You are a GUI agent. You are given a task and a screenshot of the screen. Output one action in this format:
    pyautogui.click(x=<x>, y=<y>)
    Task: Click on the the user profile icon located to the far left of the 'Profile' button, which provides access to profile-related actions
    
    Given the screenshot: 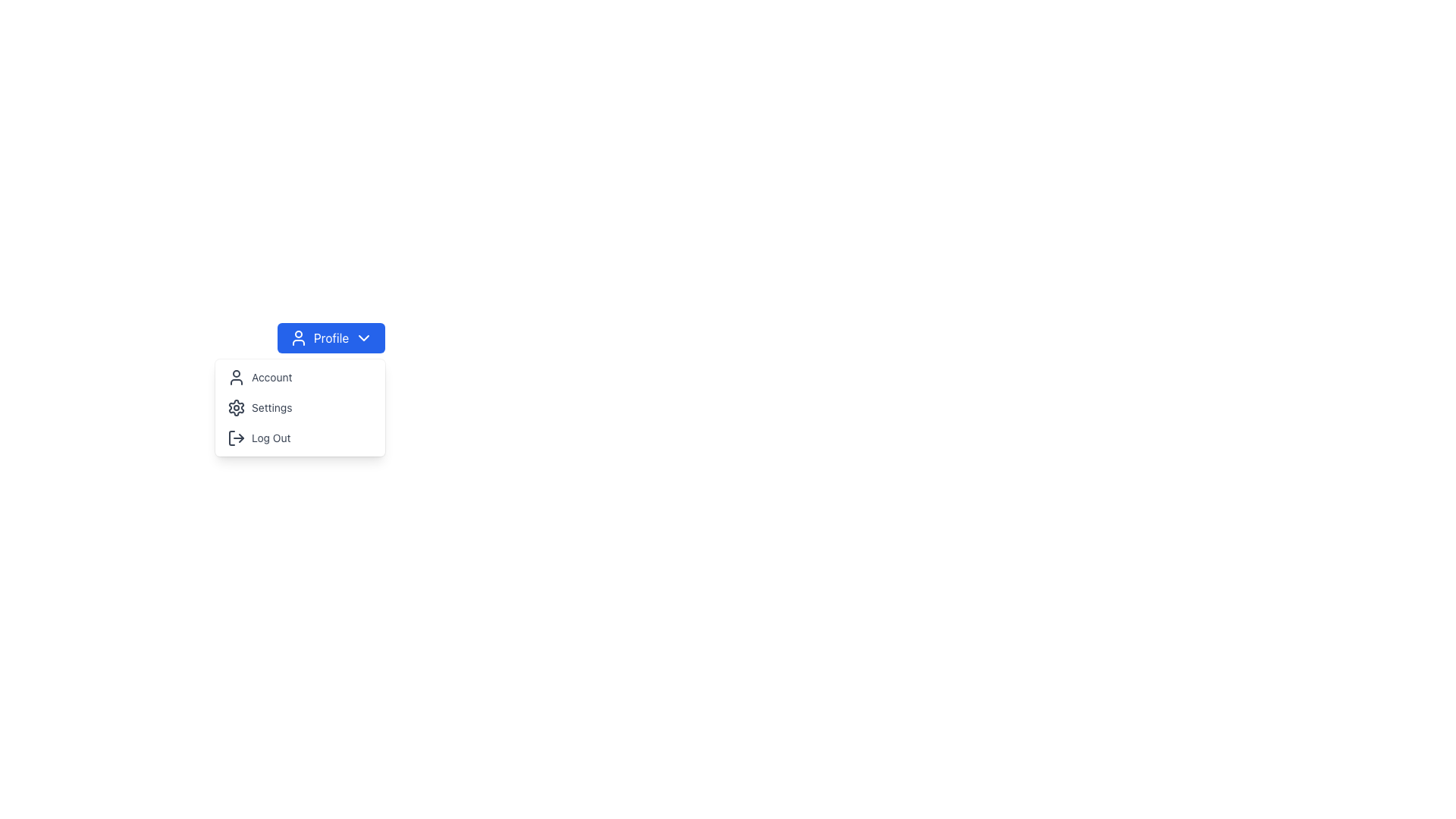 What is the action you would take?
    pyautogui.click(x=298, y=337)
    